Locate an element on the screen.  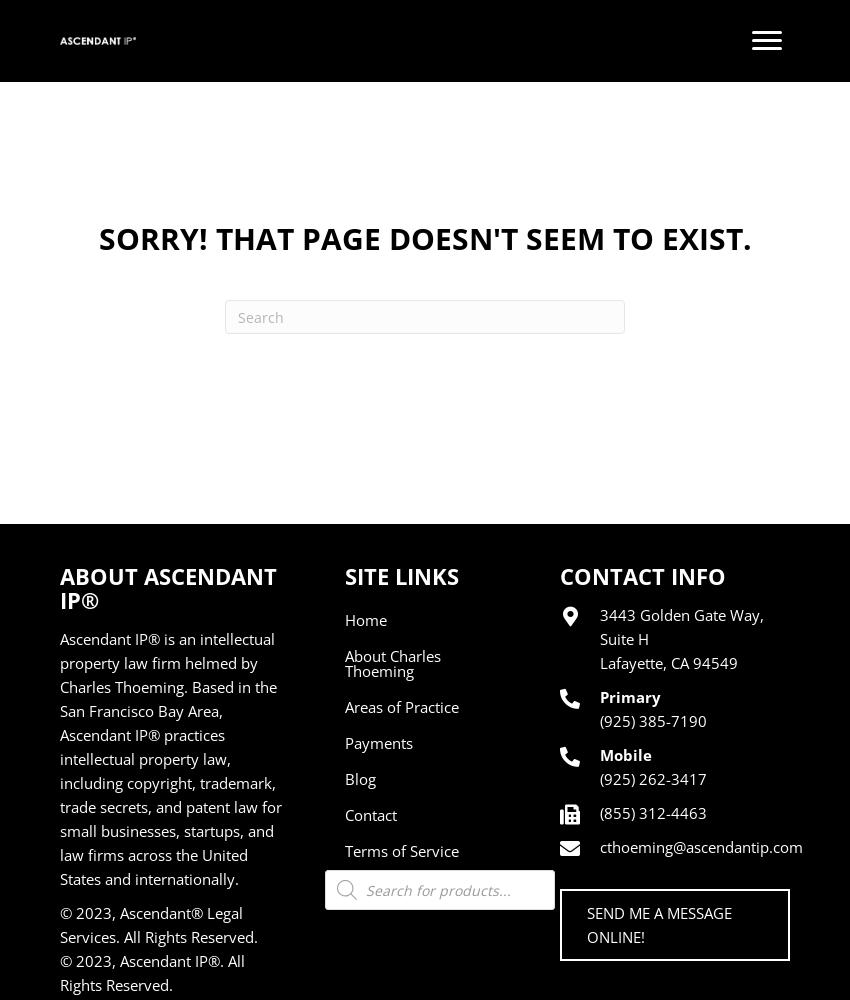
'3443 Golden Gate Way, Suite H' is located at coordinates (681, 627).